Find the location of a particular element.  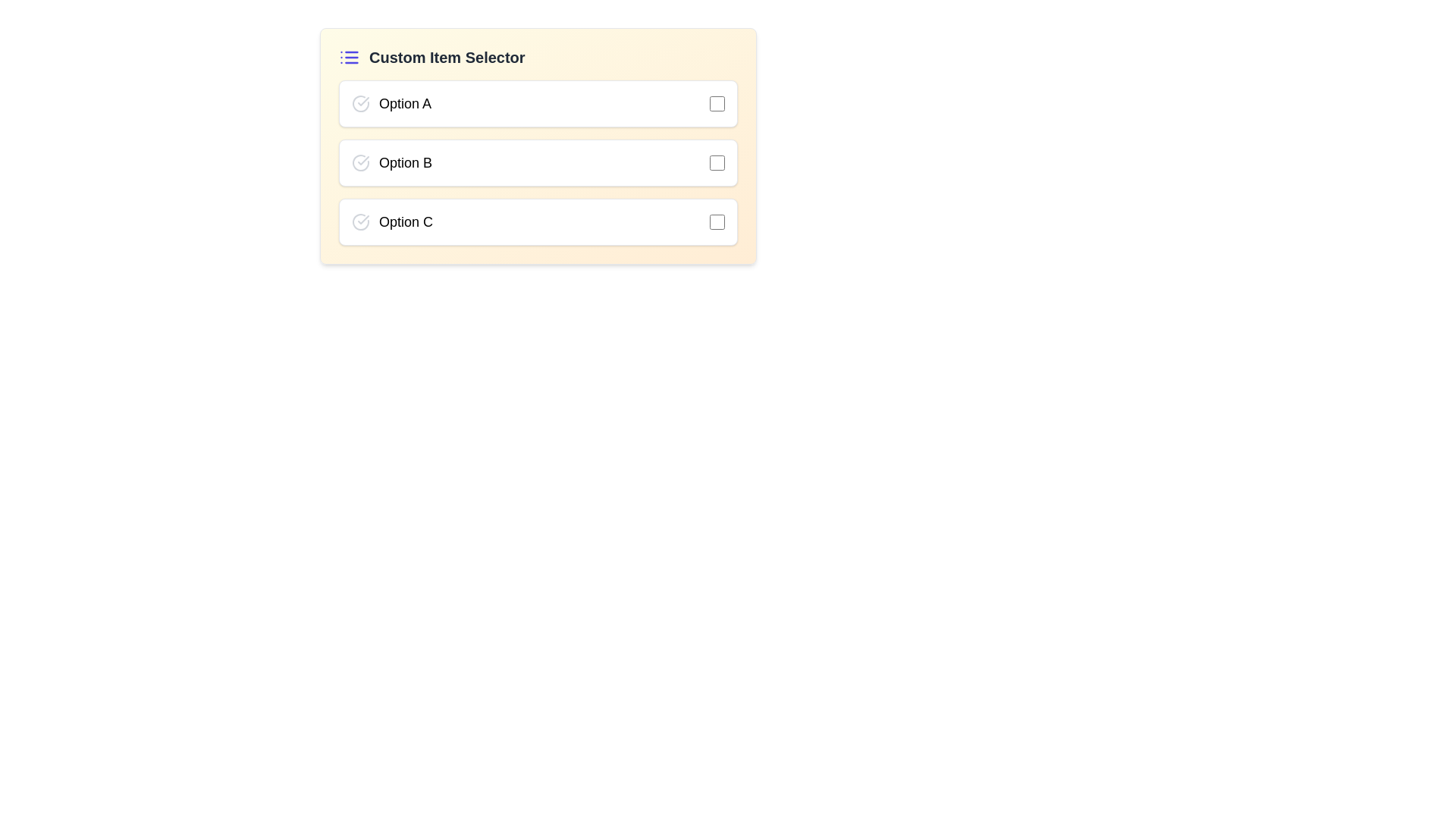

the checkbox styled with a blue focus ring and blue checkmark, located on the far right of 'Option C' in the 'Custom Item Selector' is located at coordinates (716, 222).